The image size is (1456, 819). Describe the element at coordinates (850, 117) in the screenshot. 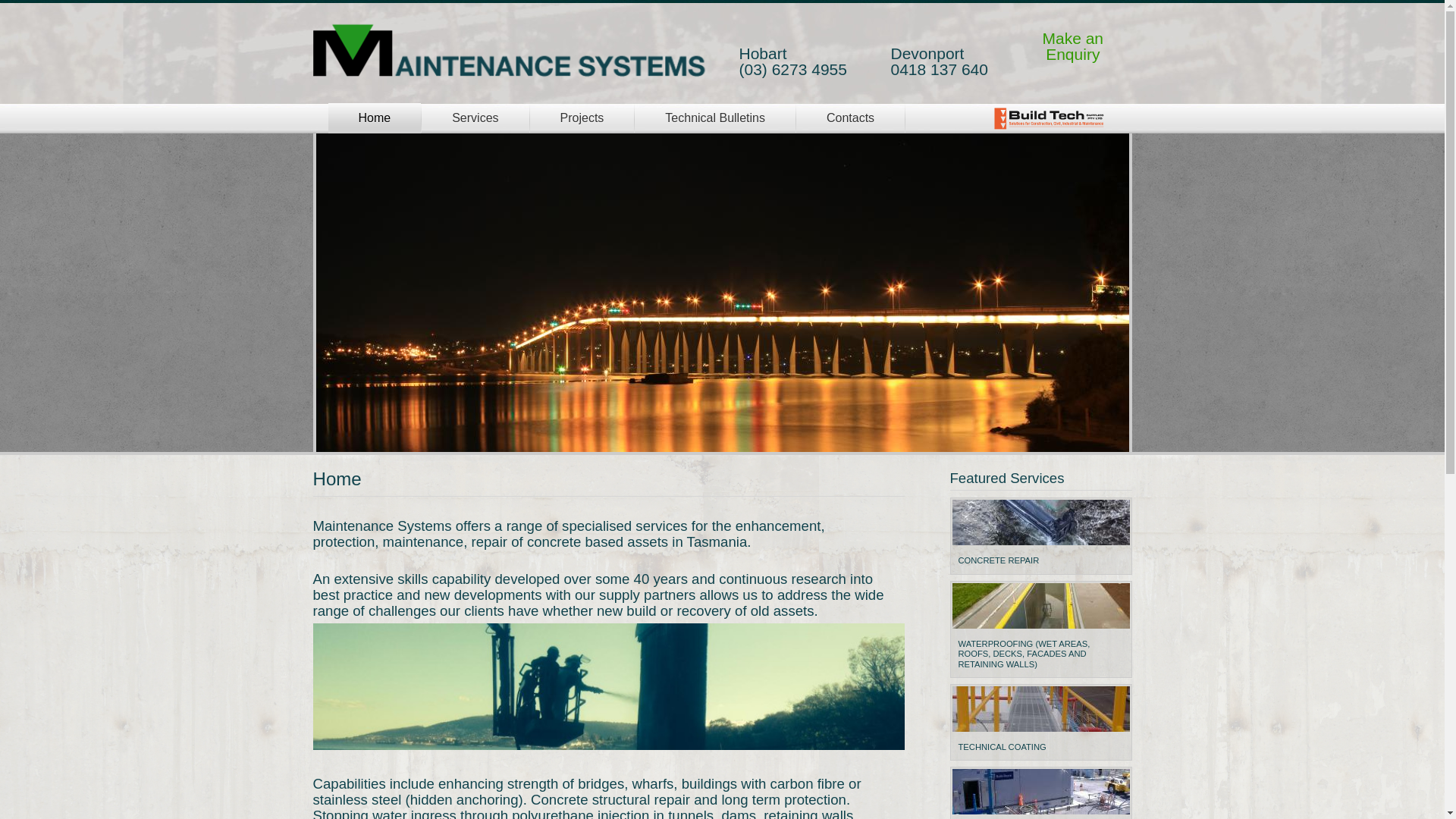

I see `'Contacts'` at that location.